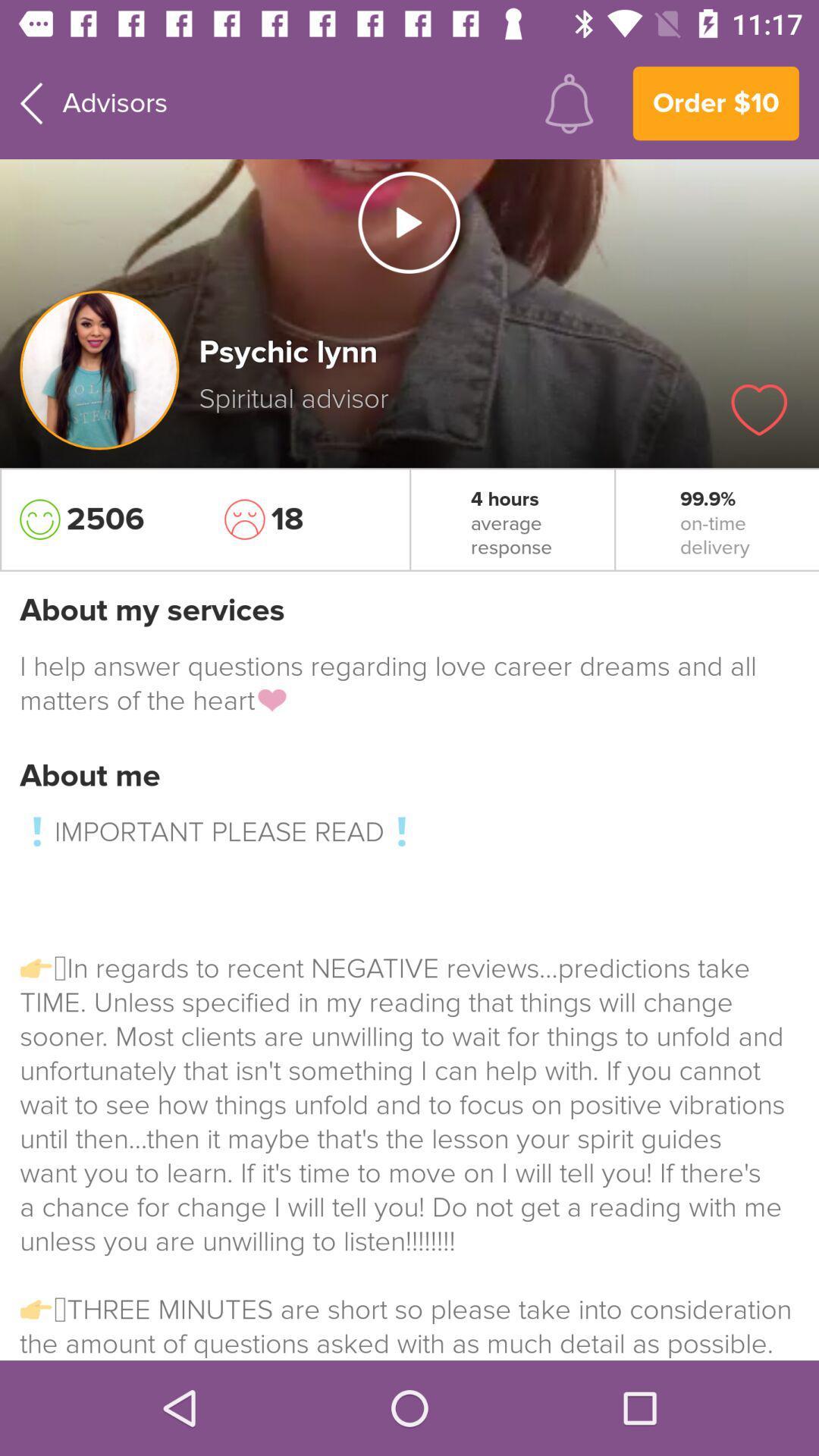 Image resolution: width=819 pixels, height=1456 pixels. What do you see at coordinates (759, 409) in the screenshot?
I see `the favorite icon` at bounding box center [759, 409].